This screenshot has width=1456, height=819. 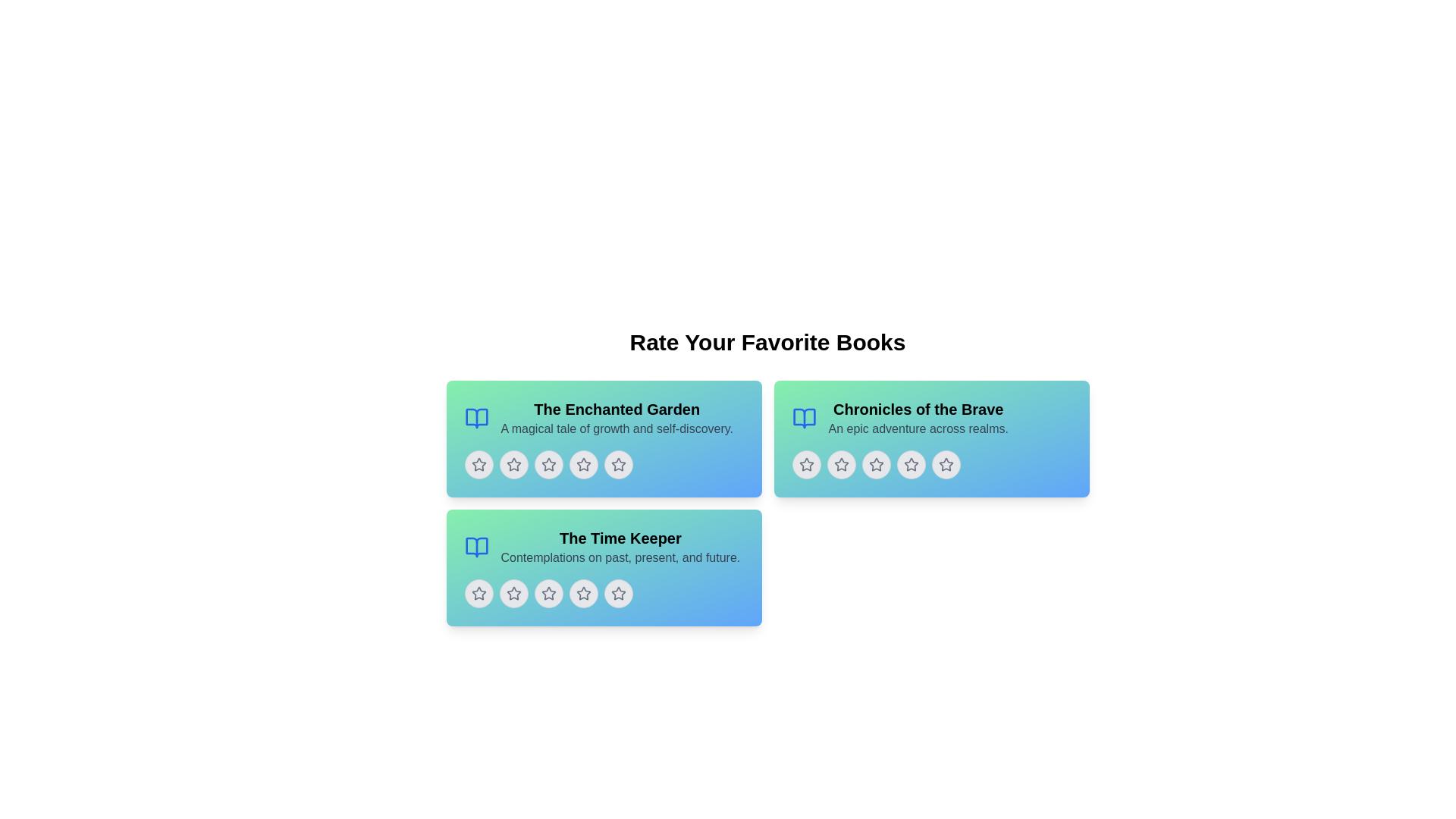 I want to click on the Text label that serves as a subtitle for the card located directly below the title 'The Time Keeper' in the bottom-left card of a grid of three cards, so click(x=620, y=558).